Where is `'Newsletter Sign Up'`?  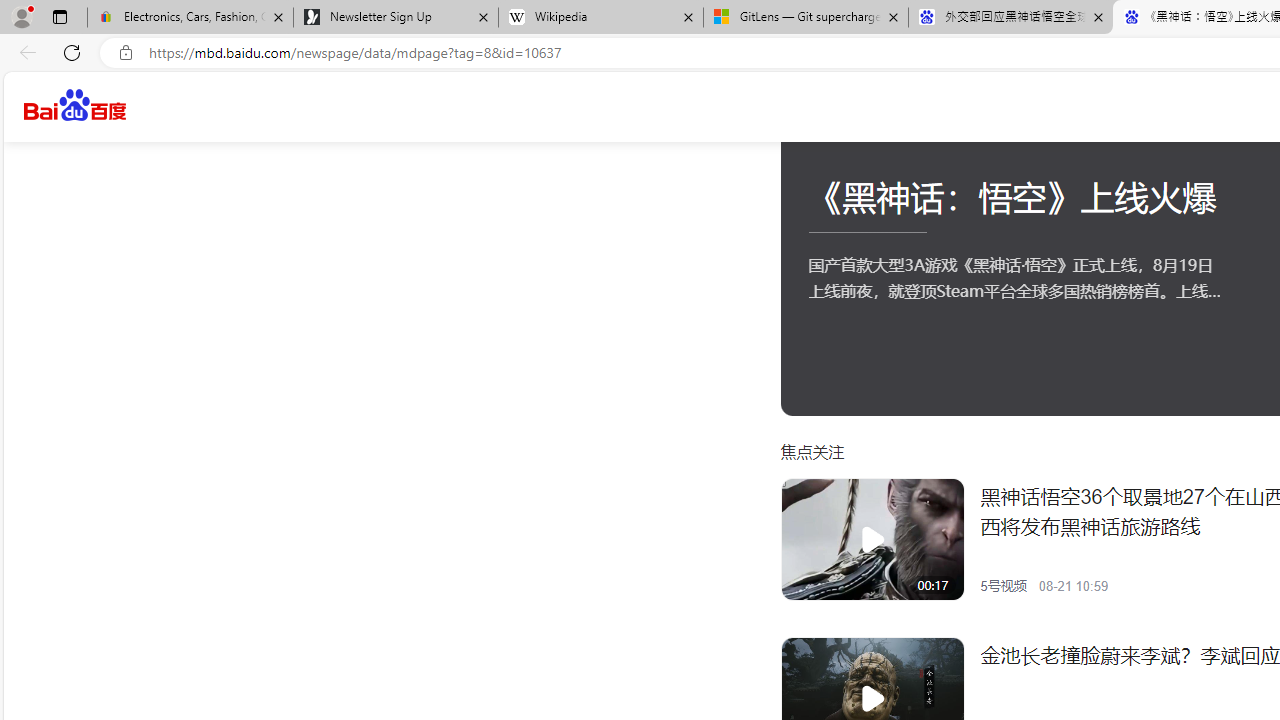
'Newsletter Sign Up' is located at coordinates (396, 17).